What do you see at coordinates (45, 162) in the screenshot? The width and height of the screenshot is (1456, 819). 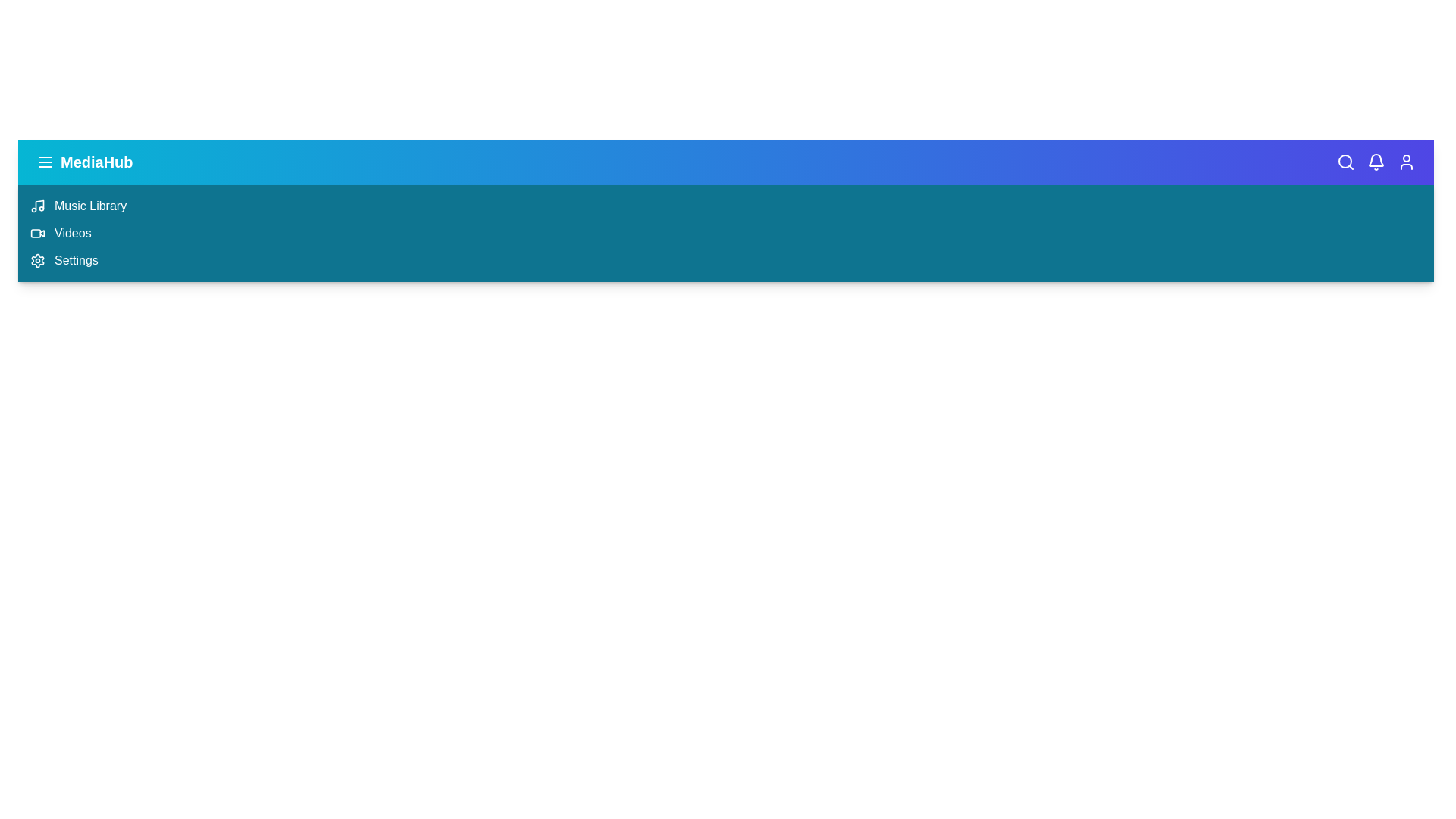 I see `menu toggle button to toggle the visibility of the navigation menu` at bounding box center [45, 162].